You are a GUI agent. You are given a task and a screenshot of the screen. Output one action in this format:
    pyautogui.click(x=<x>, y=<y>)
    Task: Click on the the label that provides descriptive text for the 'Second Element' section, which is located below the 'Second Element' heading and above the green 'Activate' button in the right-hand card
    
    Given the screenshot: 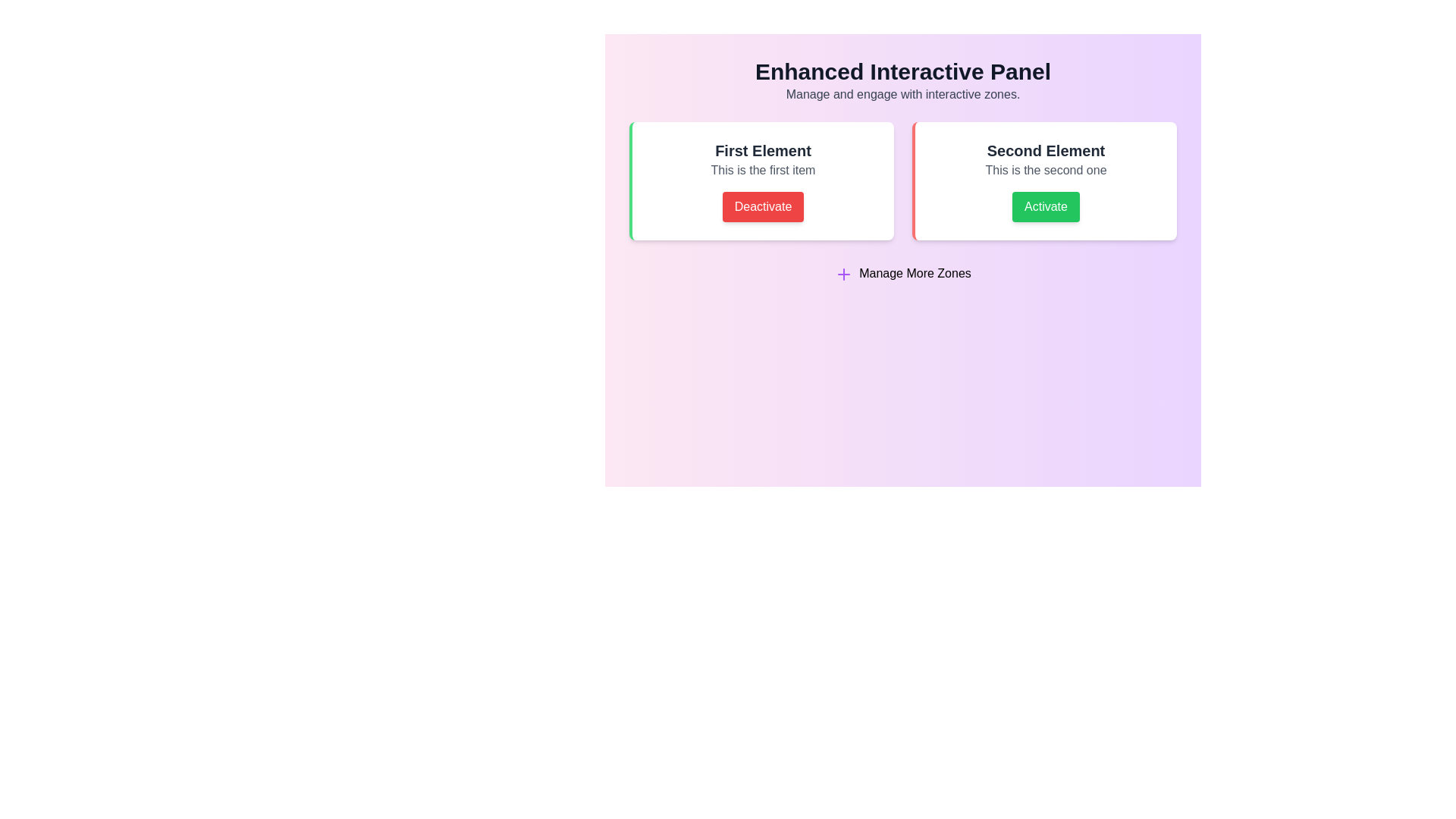 What is the action you would take?
    pyautogui.click(x=1045, y=170)
    